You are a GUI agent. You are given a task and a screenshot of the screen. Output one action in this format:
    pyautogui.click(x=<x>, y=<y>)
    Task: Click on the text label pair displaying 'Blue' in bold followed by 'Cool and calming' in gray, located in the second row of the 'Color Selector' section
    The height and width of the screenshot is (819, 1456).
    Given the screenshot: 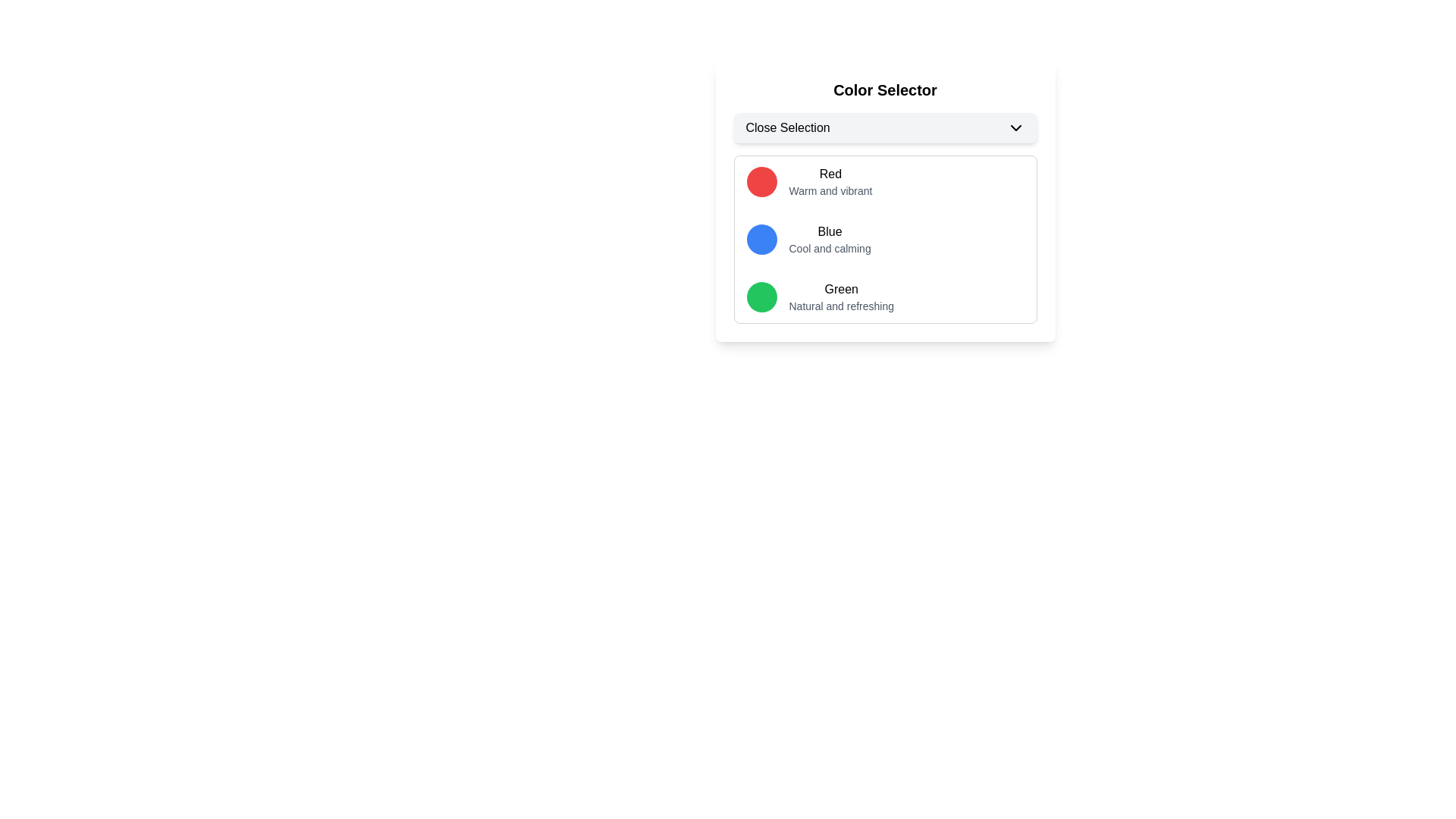 What is the action you would take?
    pyautogui.click(x=829, y=239)
    